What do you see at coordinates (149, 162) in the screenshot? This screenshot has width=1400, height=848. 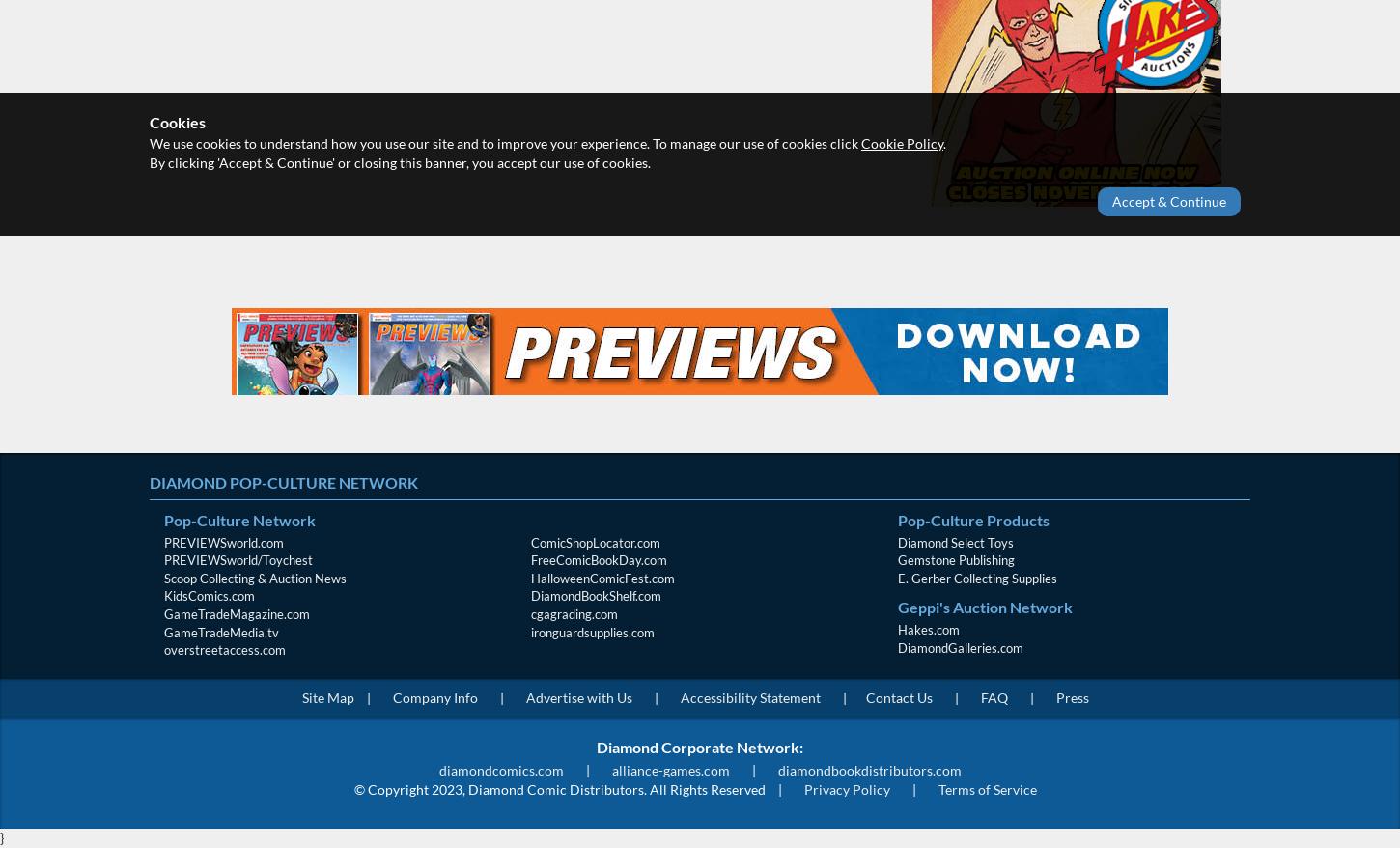 I see `'By clicking 'Accept & Continue' or closing this banner, you accept our use of cookies.'` at bounding box center [149, 162].